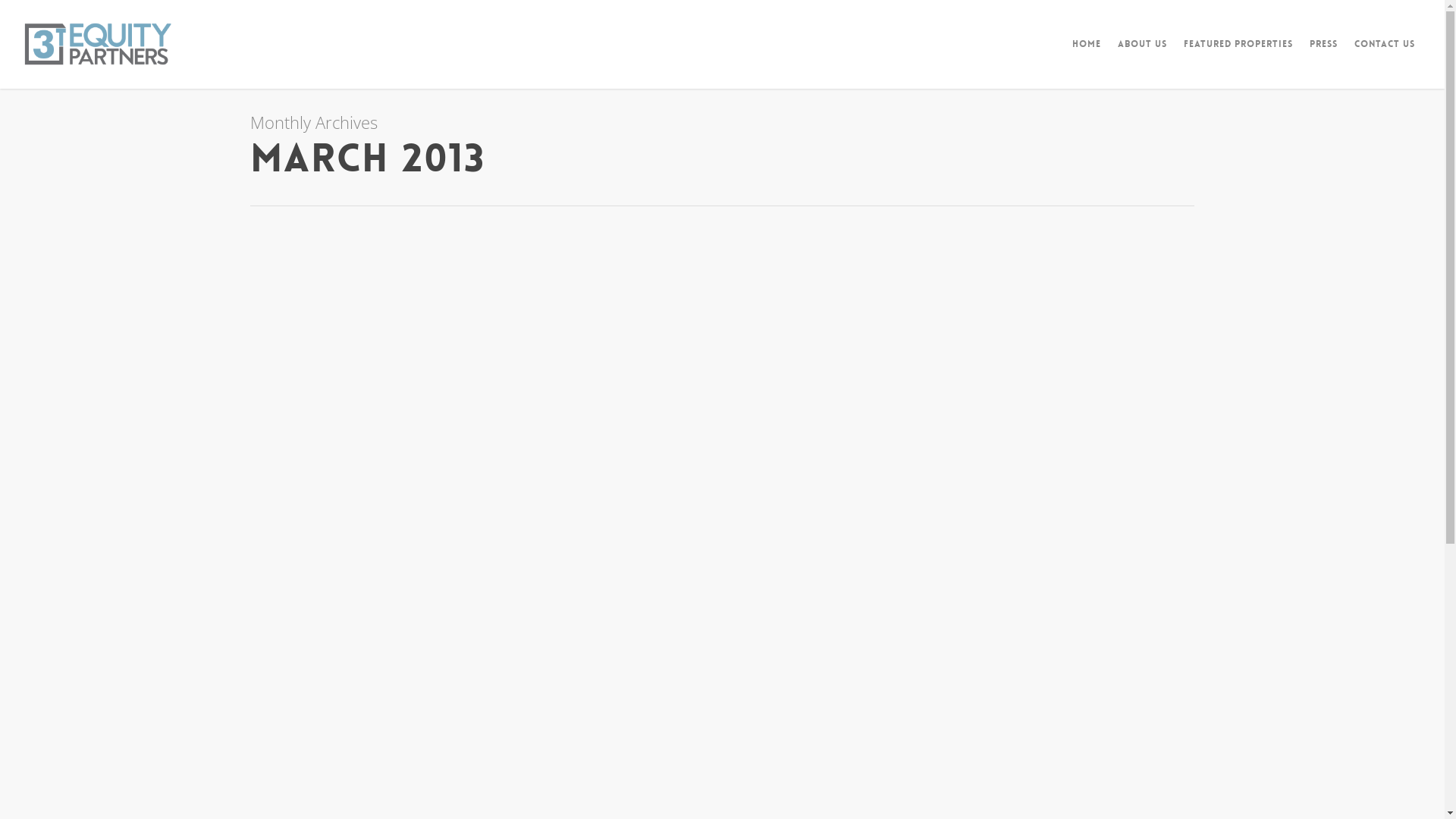 This screenshot has width=1456, height=819. What do you see at coordinates (1086, 54) in the screenshot?
I see `'HOME'` at bounding box center [1086, 54].